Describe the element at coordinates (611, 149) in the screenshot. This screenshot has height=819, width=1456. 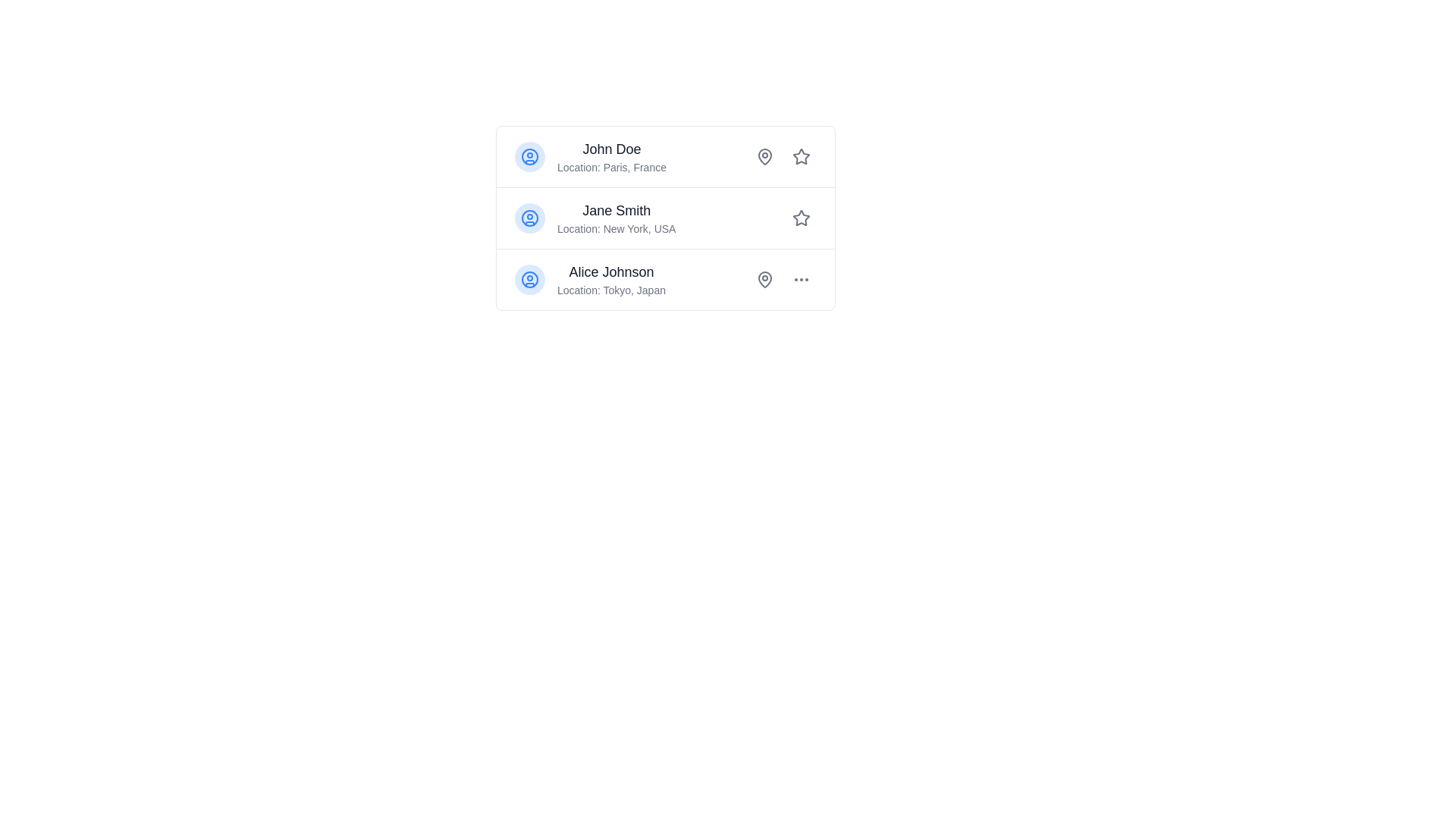
I see `the static text label displaying 'John Doe', which is the first entry's name in a user list, located adjacent to a circular user icon` at that location.